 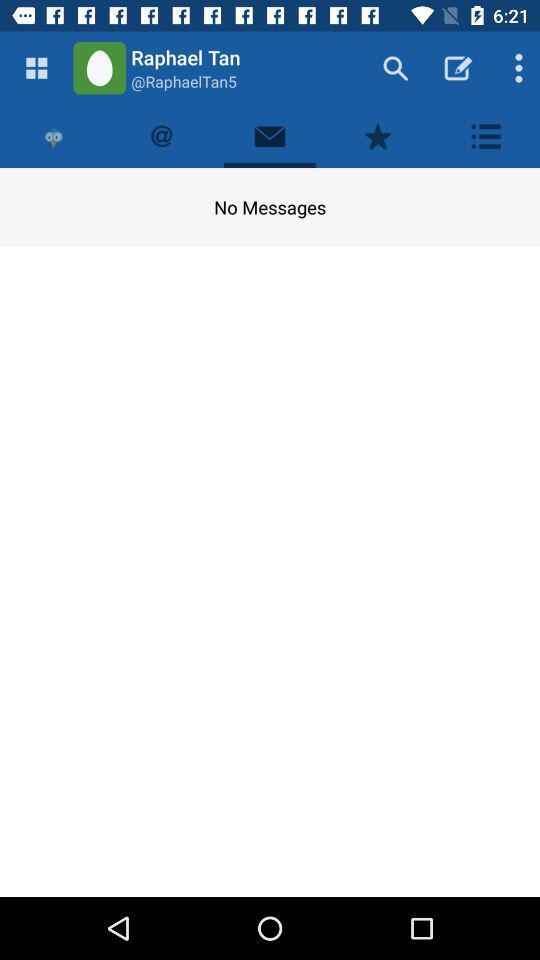 I want to click on your messages, so click(x=270, y=135).